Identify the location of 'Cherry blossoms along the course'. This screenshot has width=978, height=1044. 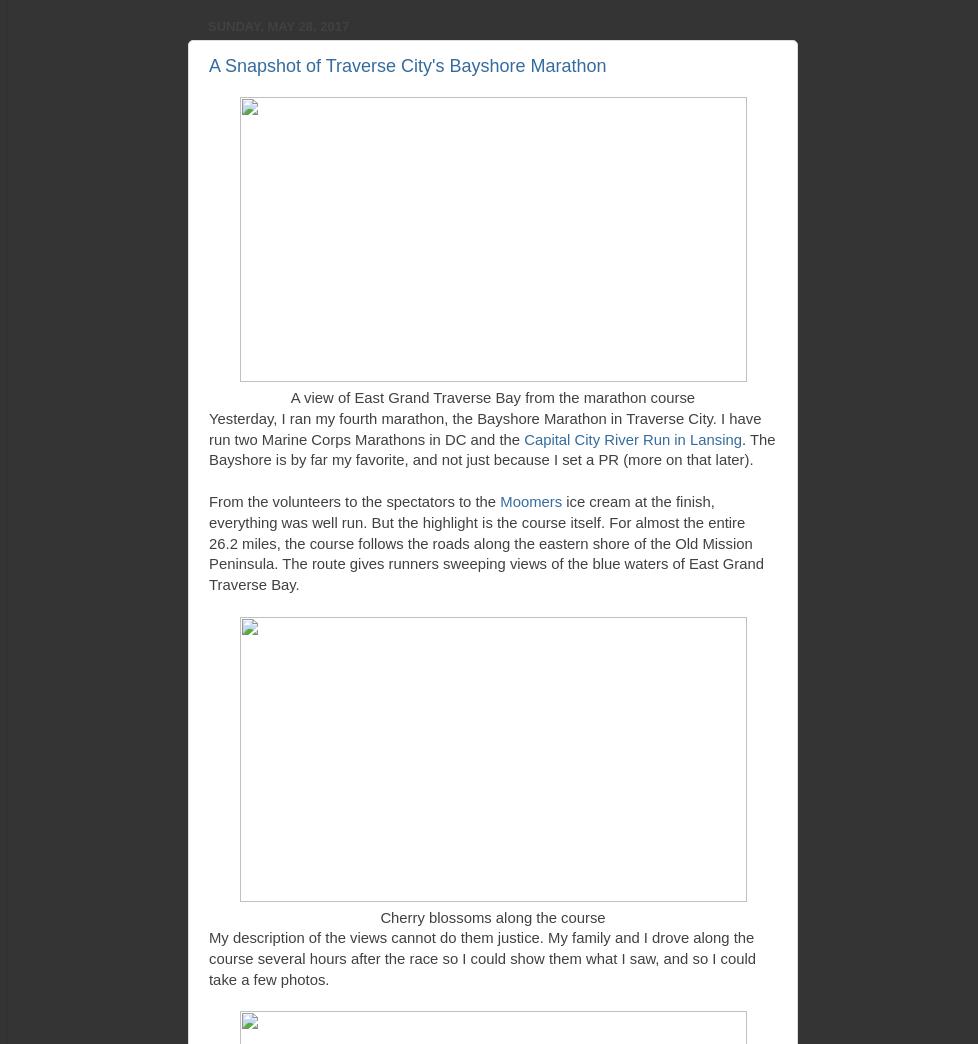
(492, 916).